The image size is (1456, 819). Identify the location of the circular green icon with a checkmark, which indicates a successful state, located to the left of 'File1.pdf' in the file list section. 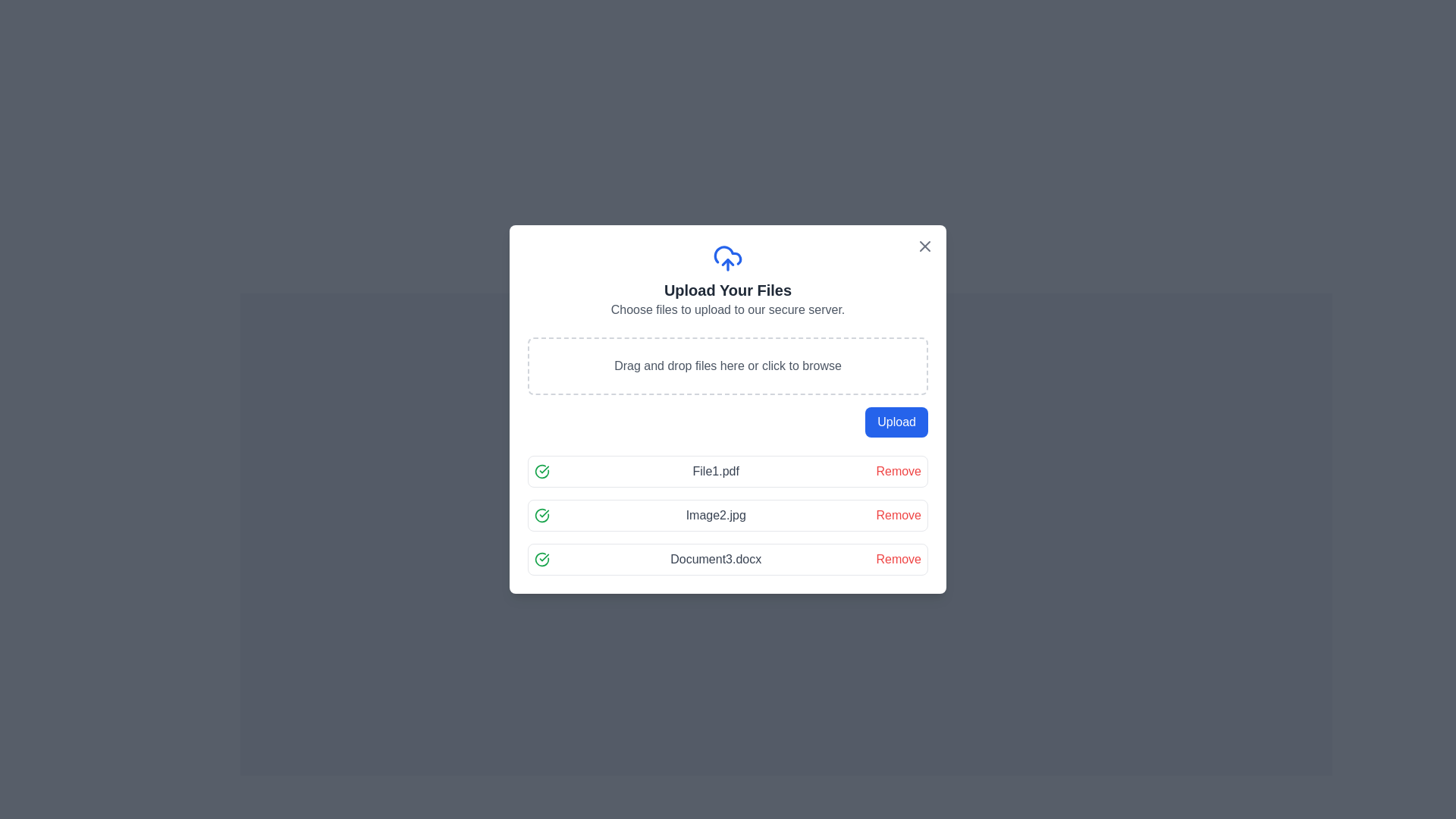
(542, 470).